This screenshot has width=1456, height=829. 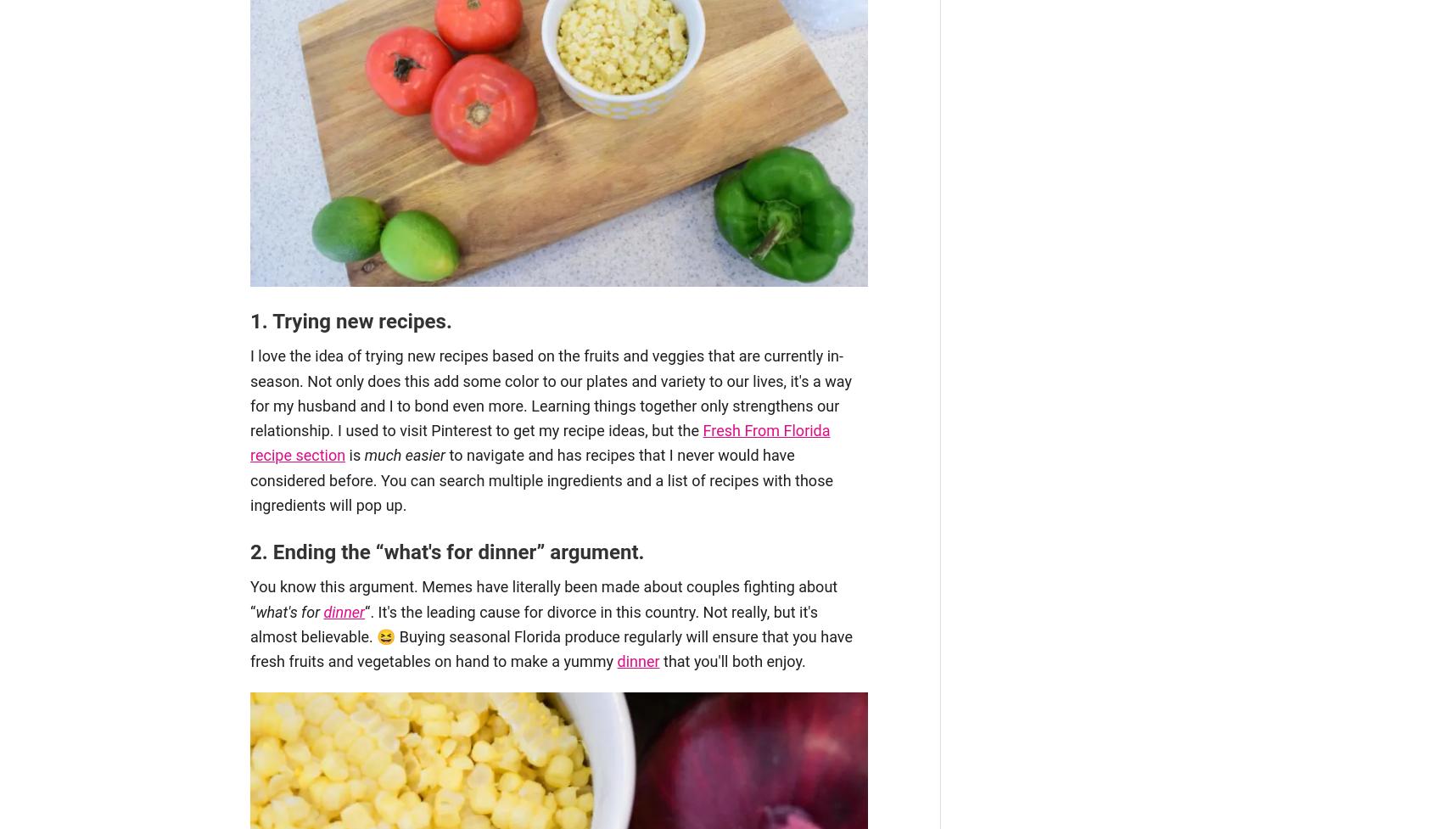 I want to click on '1. Trying new recipes.', so click(x=350, y=321).